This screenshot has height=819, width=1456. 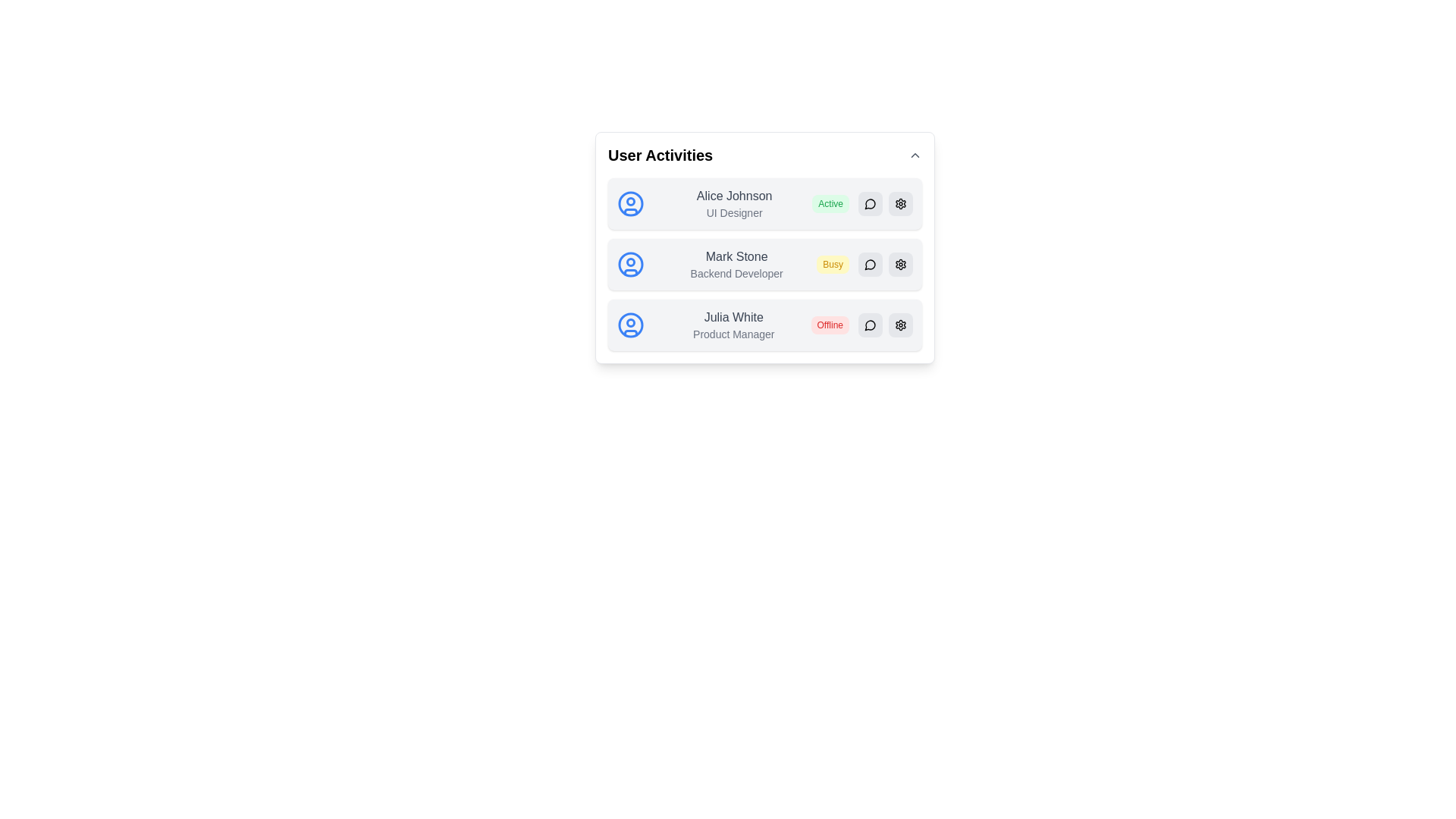 I want to click on the gear icon button located in the second row of the 'User Activities' card, so click(x=901, y=263).